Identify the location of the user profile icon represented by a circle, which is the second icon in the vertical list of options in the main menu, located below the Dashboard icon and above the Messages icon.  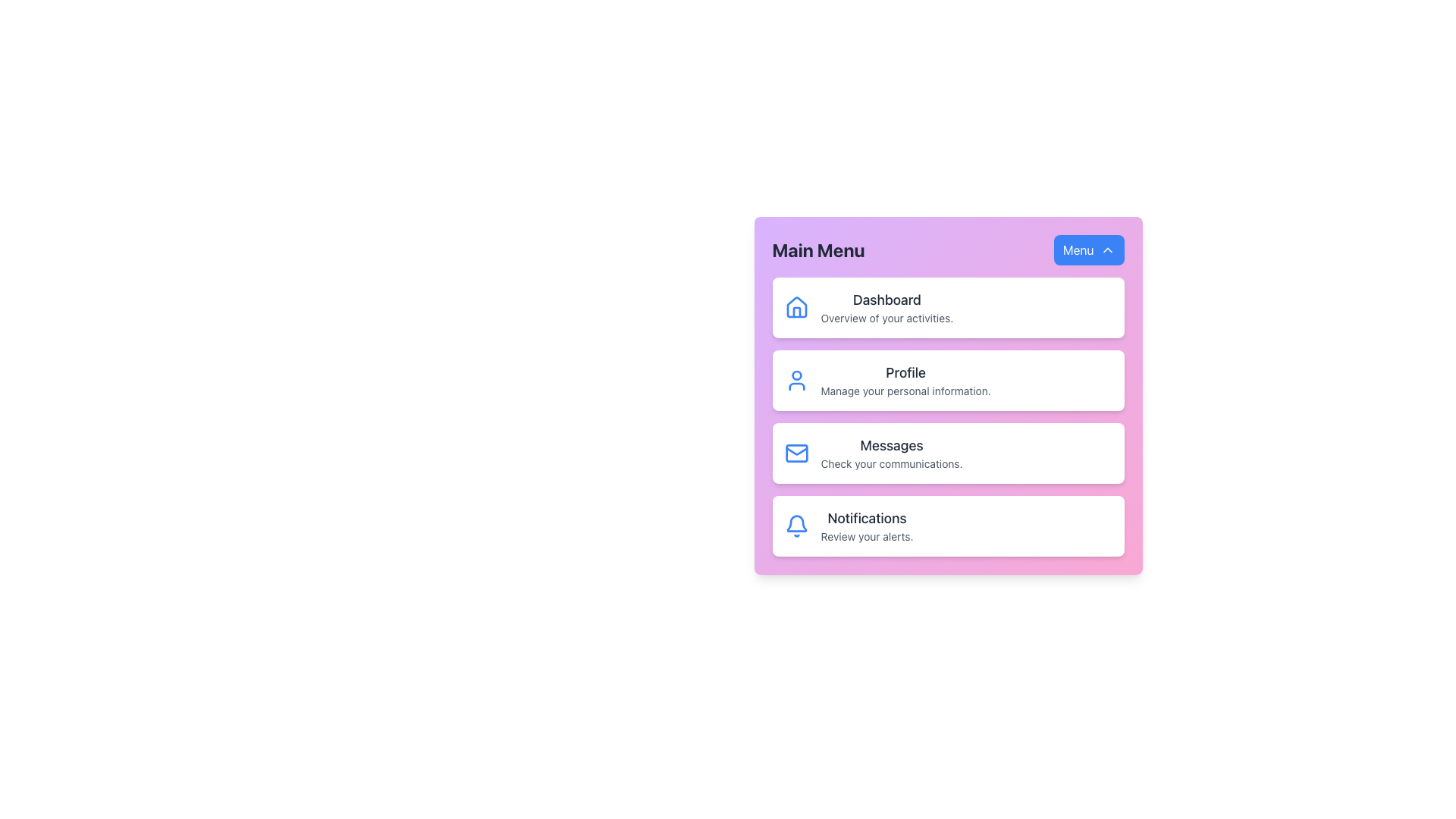
(795, 375).